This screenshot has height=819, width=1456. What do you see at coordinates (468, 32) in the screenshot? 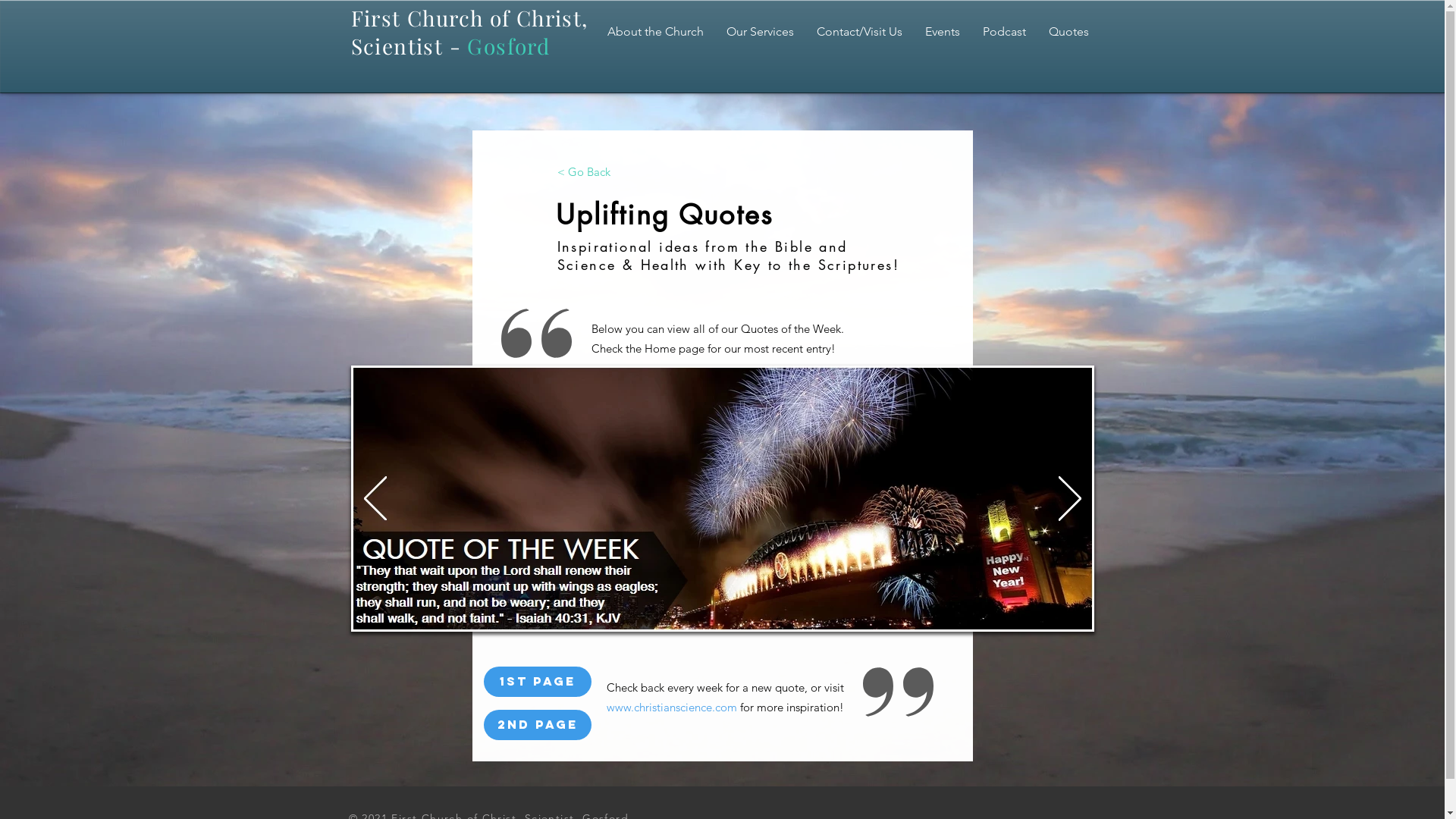
I see `'First Church of Christ, Scientist - Gosford'` at bounding box center [468, 32].